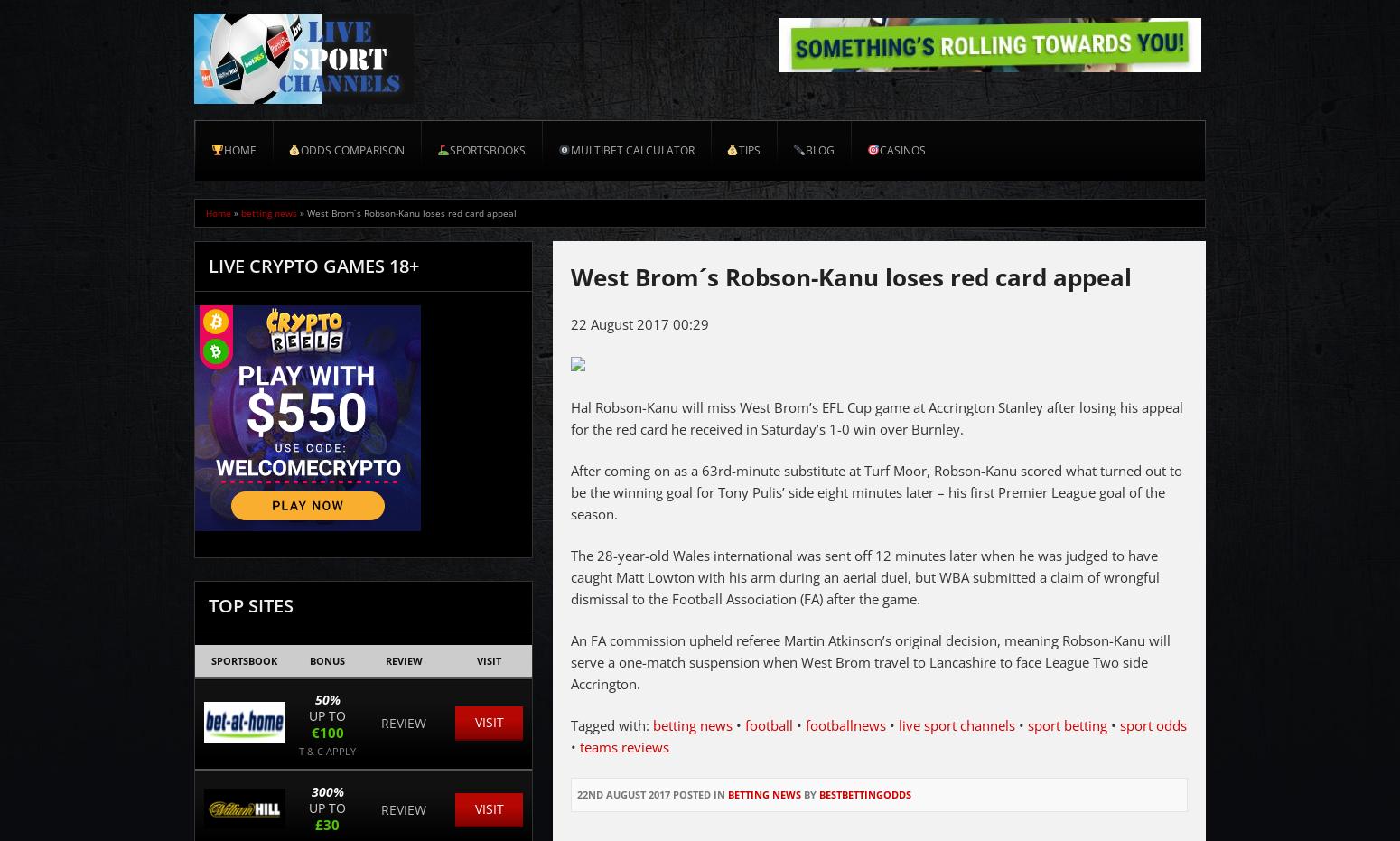 The height and width of the screenshot is (841, 1400). Describe the element at coordinates (623, 744) in the screenshot. I see `'teams reviews'` at that location.